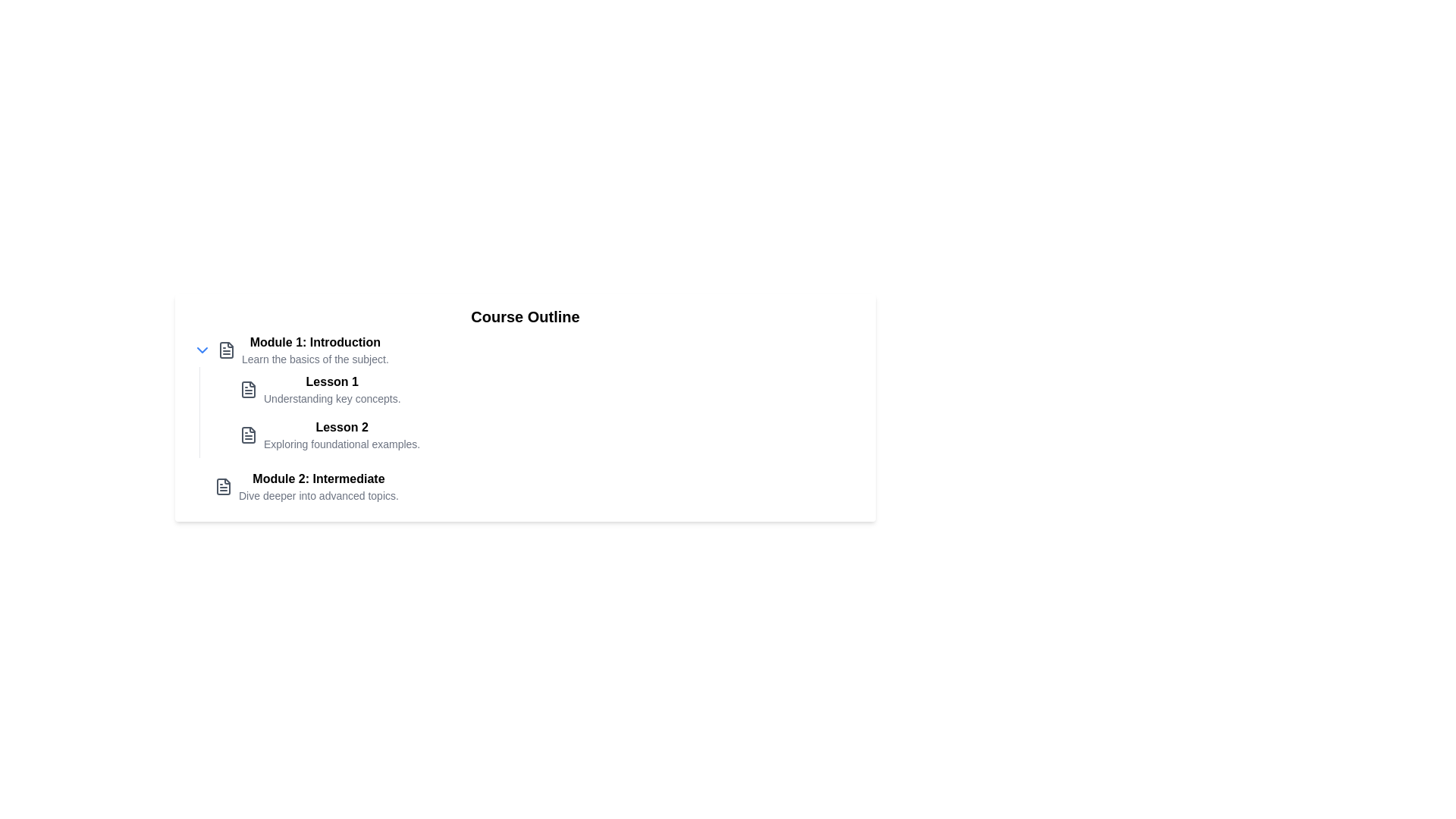 This screenshot has height=819, width=1456. What do you see at coordinates (225, 350) in the screenshot?
I see `the file icon located in the left sidebar associated with the 'Lesson 1' section heading` at bounding box center [225, 350].